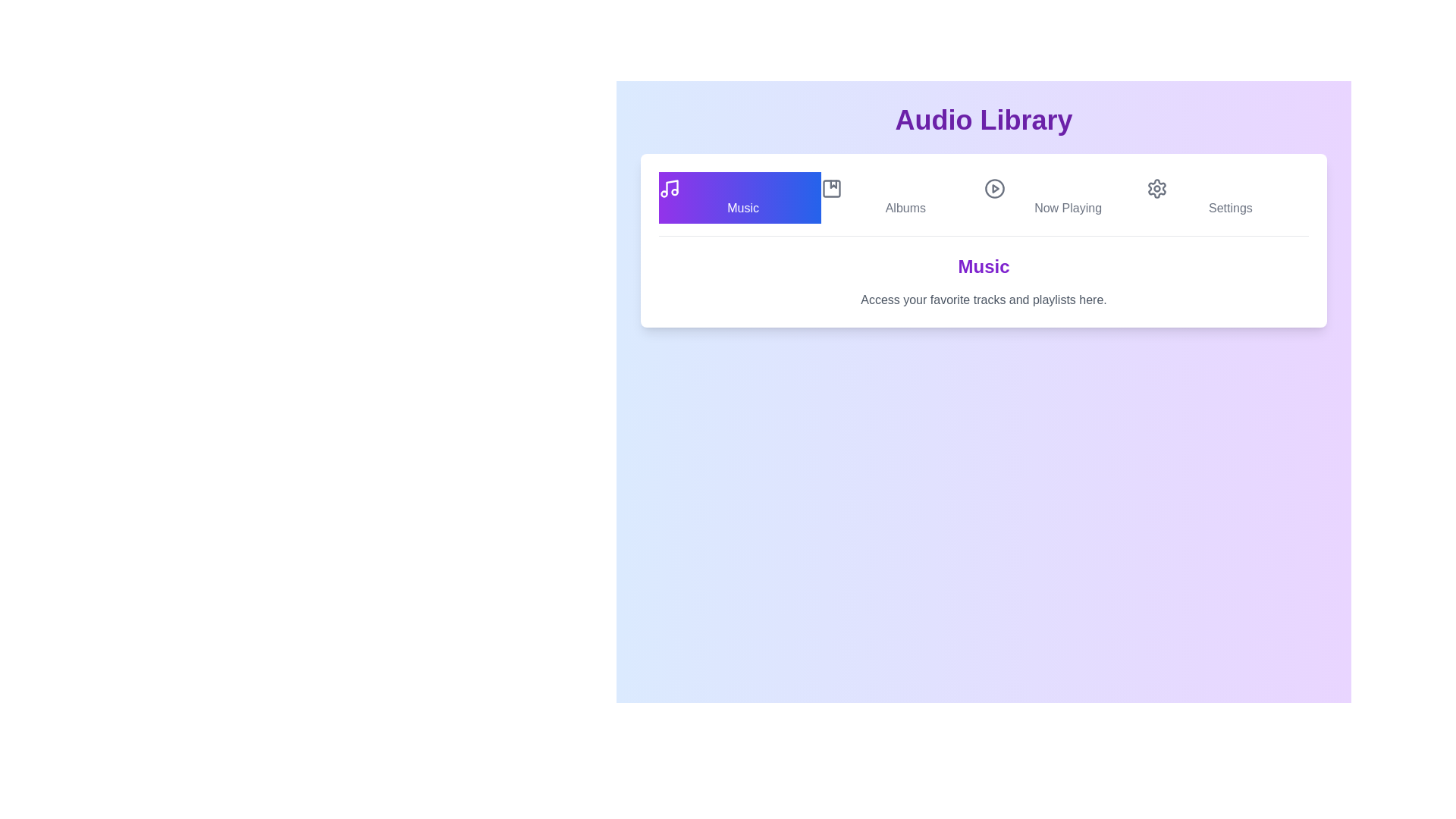 This screenshot has width=1456, height=819. I want to click on the rectangular icon with rounded corners located, so click(831, 188).